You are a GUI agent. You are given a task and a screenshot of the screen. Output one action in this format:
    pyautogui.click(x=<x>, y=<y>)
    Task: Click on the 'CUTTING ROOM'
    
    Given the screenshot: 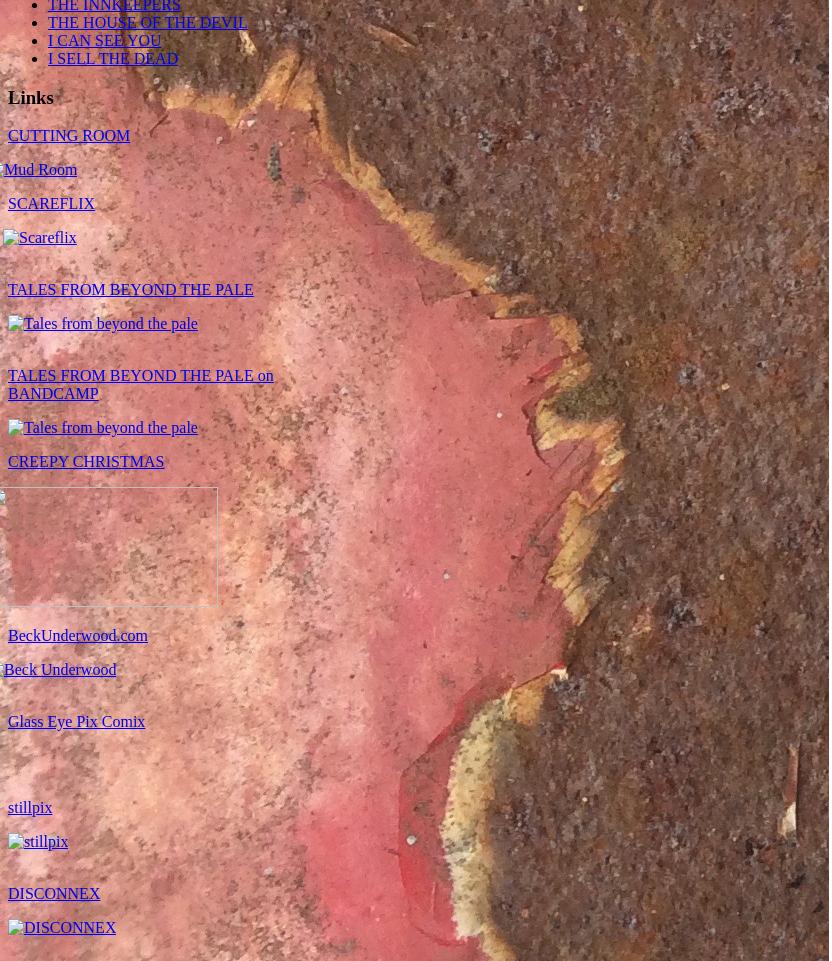 What is the action you would take?
    pyautogui.click(x=7, y=134)
    